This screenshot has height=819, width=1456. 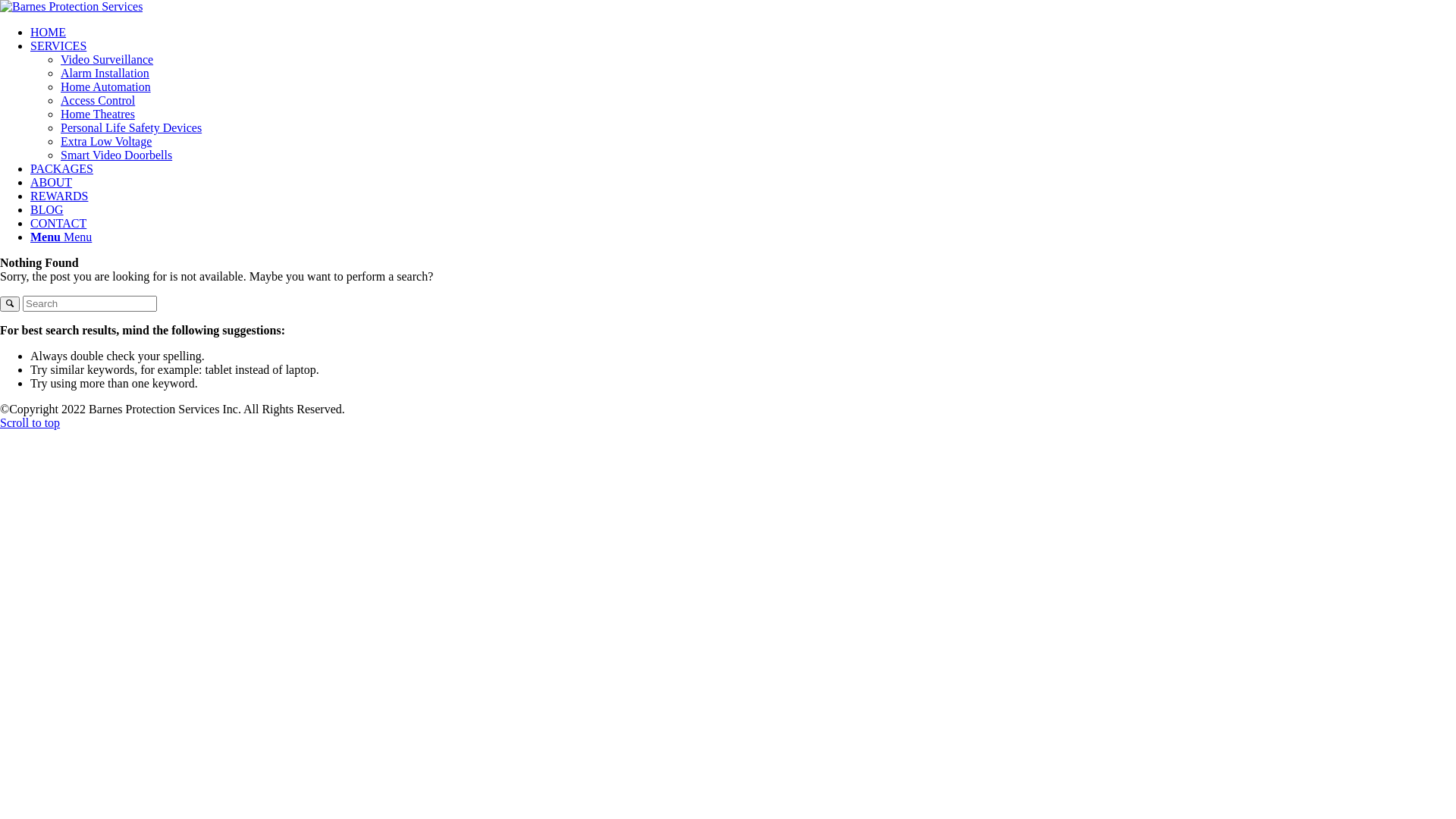 What do you see at coordinates (51, 181) in the screenshot?
I see `'ABOUT'` at bounding box center [51, 181].